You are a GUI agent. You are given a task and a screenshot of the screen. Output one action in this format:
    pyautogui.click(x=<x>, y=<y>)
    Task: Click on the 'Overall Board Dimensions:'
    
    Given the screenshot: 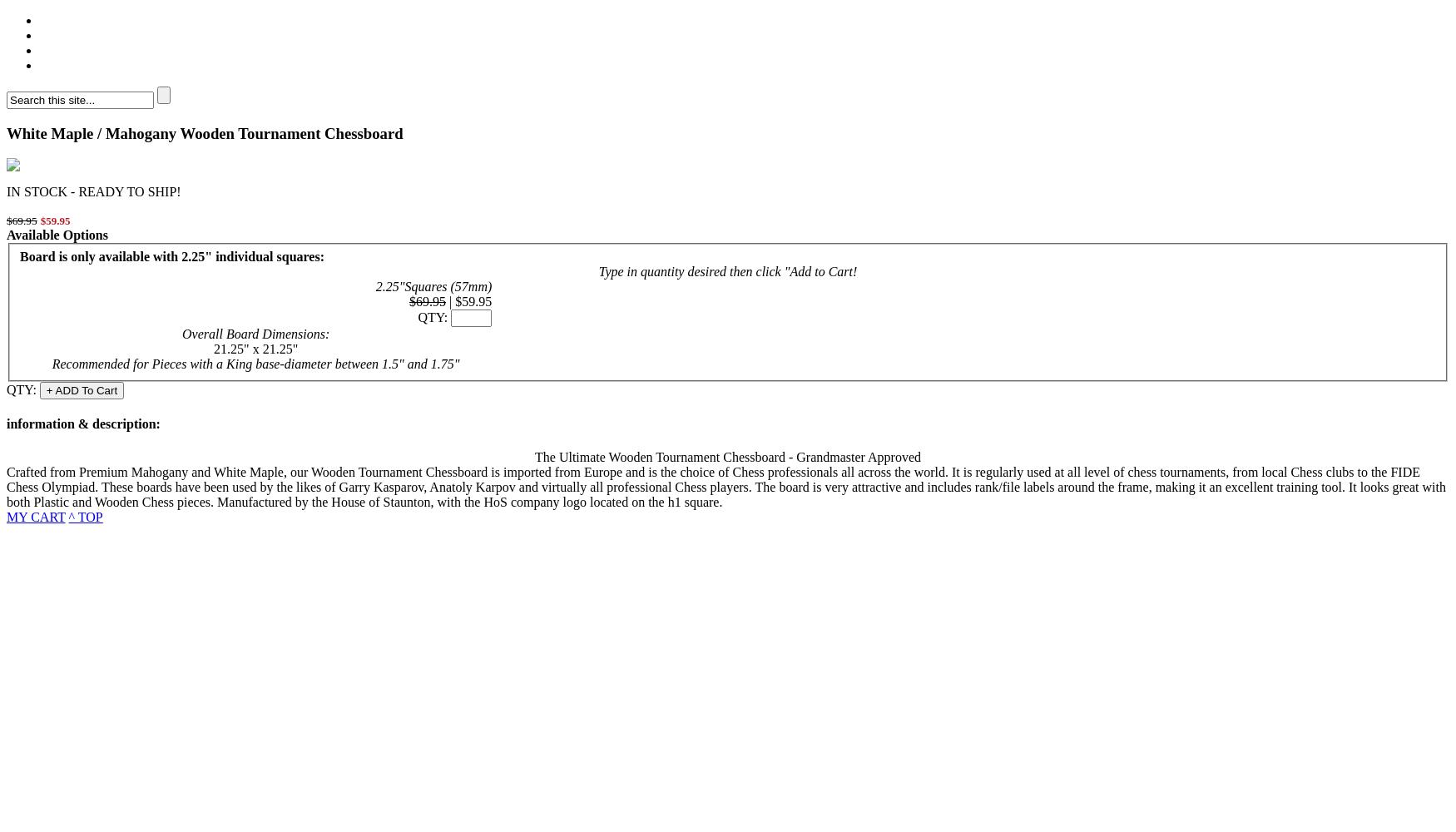 What is the action you would take?
    pyautogui.click(x=255, y=334)
    